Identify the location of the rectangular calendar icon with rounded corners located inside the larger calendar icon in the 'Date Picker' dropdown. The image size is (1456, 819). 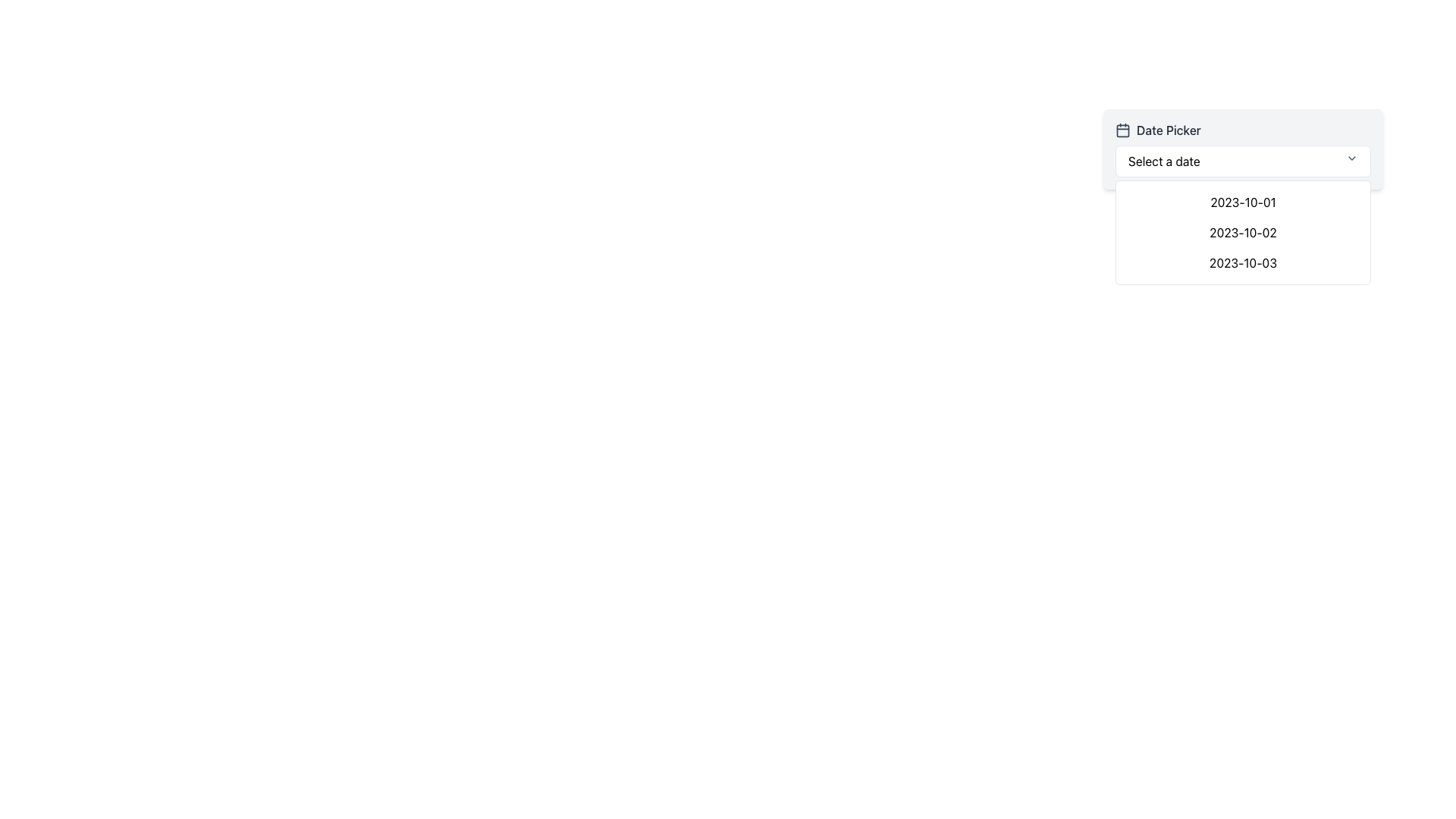
(1123, 130).